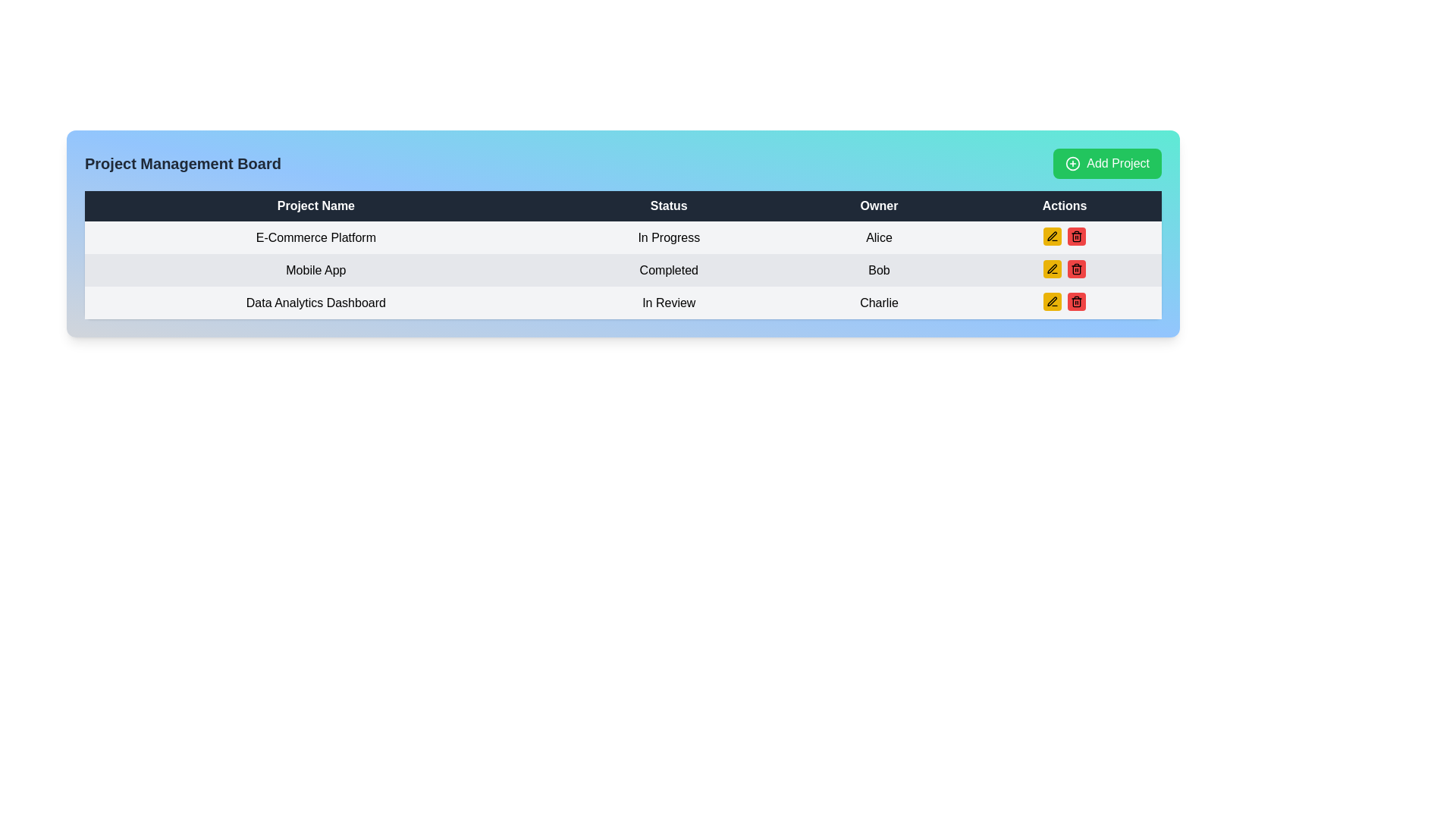 Image resolution: width=1456 pixels, height=819 pixels. What do you see at coordinates (668, 206) in the screenshot?
I see `the Text Display element that contains the text 'Status', styled with a dark background and white text, which serves as a header in a tabular format` at bounding box center [668, 206].